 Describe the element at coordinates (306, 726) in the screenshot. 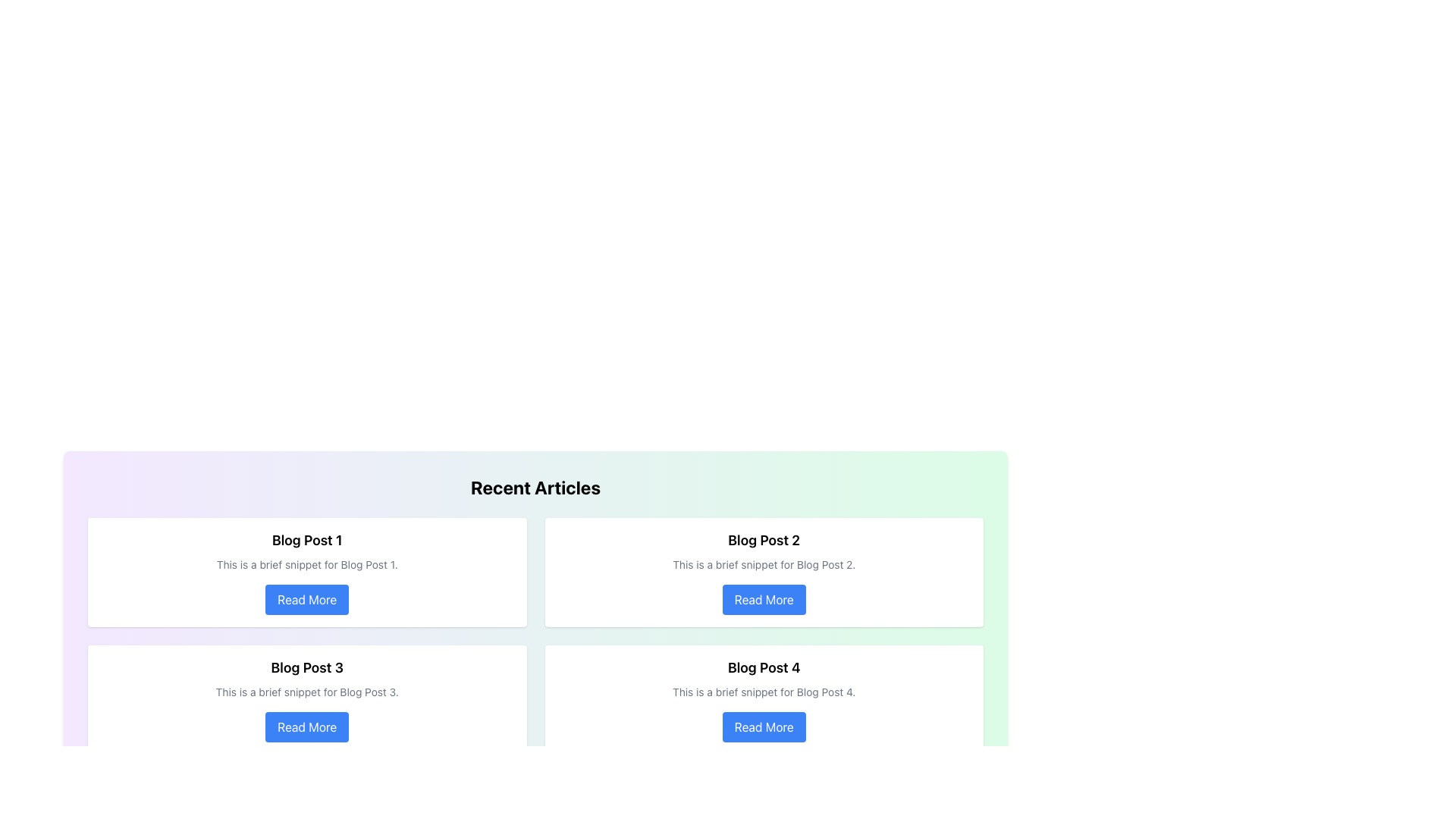

I see `the 'Blog Post 3' button located in the bottom-left quarter of the layout` at that location.